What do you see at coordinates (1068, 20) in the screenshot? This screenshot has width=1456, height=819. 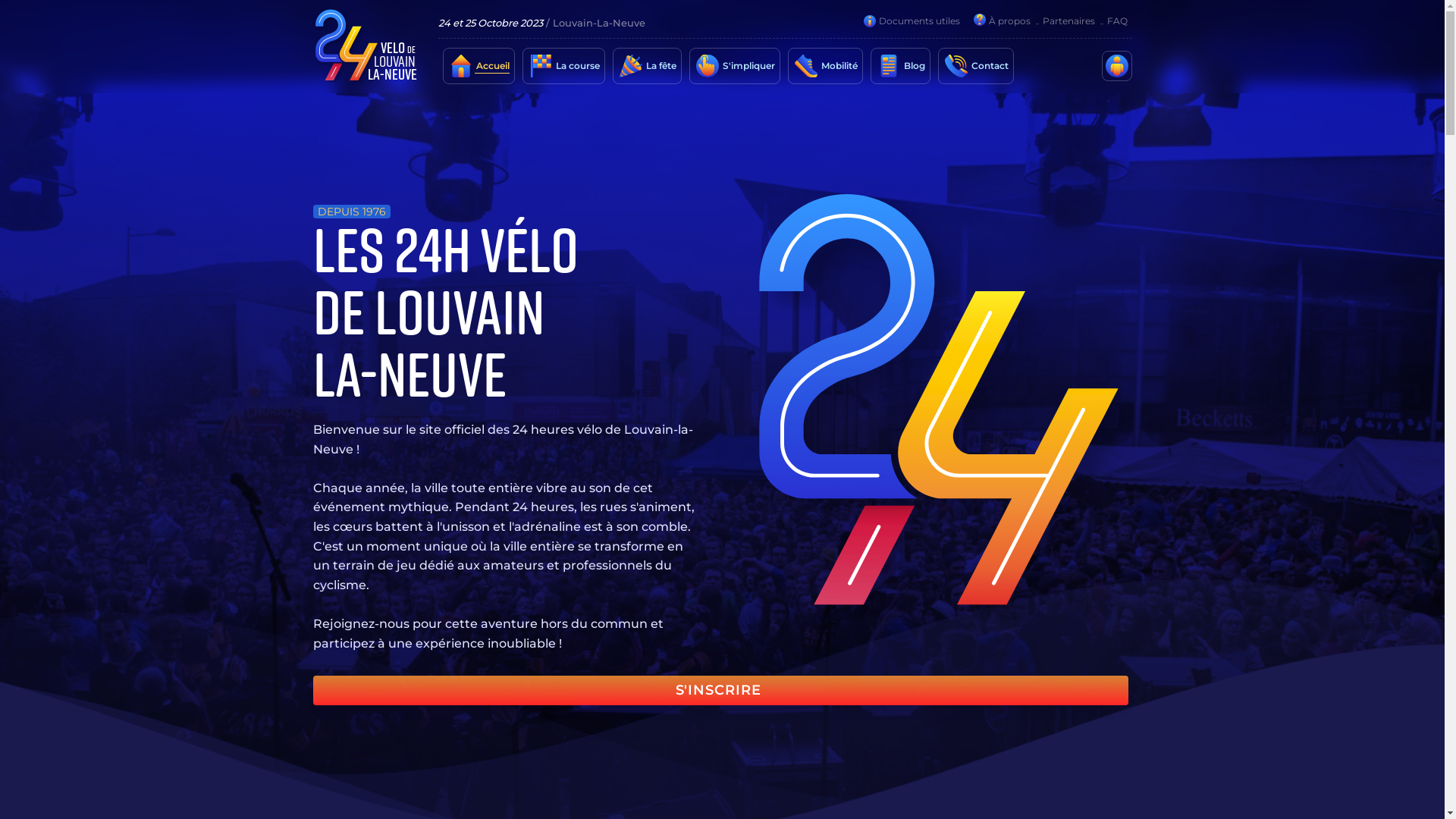 I see `'Partenaires'` at bounding box center [1068, 20].